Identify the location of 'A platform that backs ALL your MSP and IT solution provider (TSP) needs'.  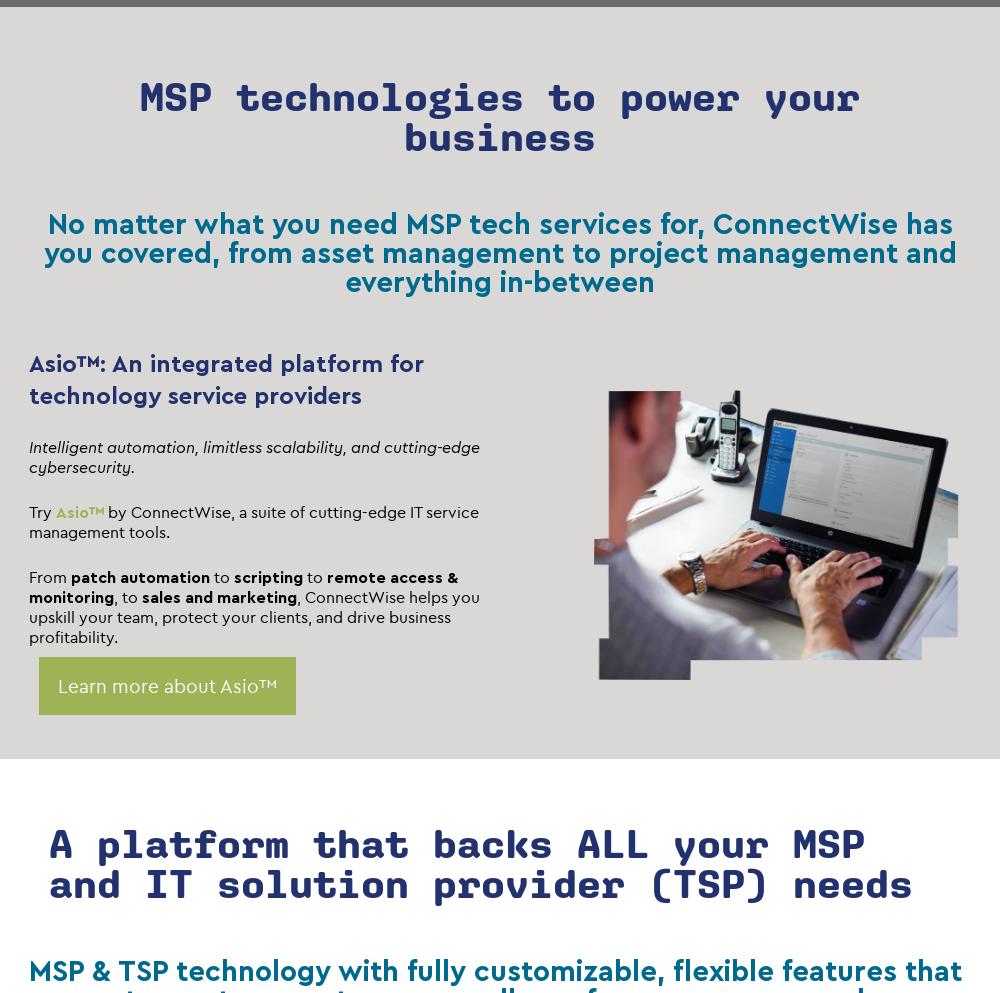
(480, 862).